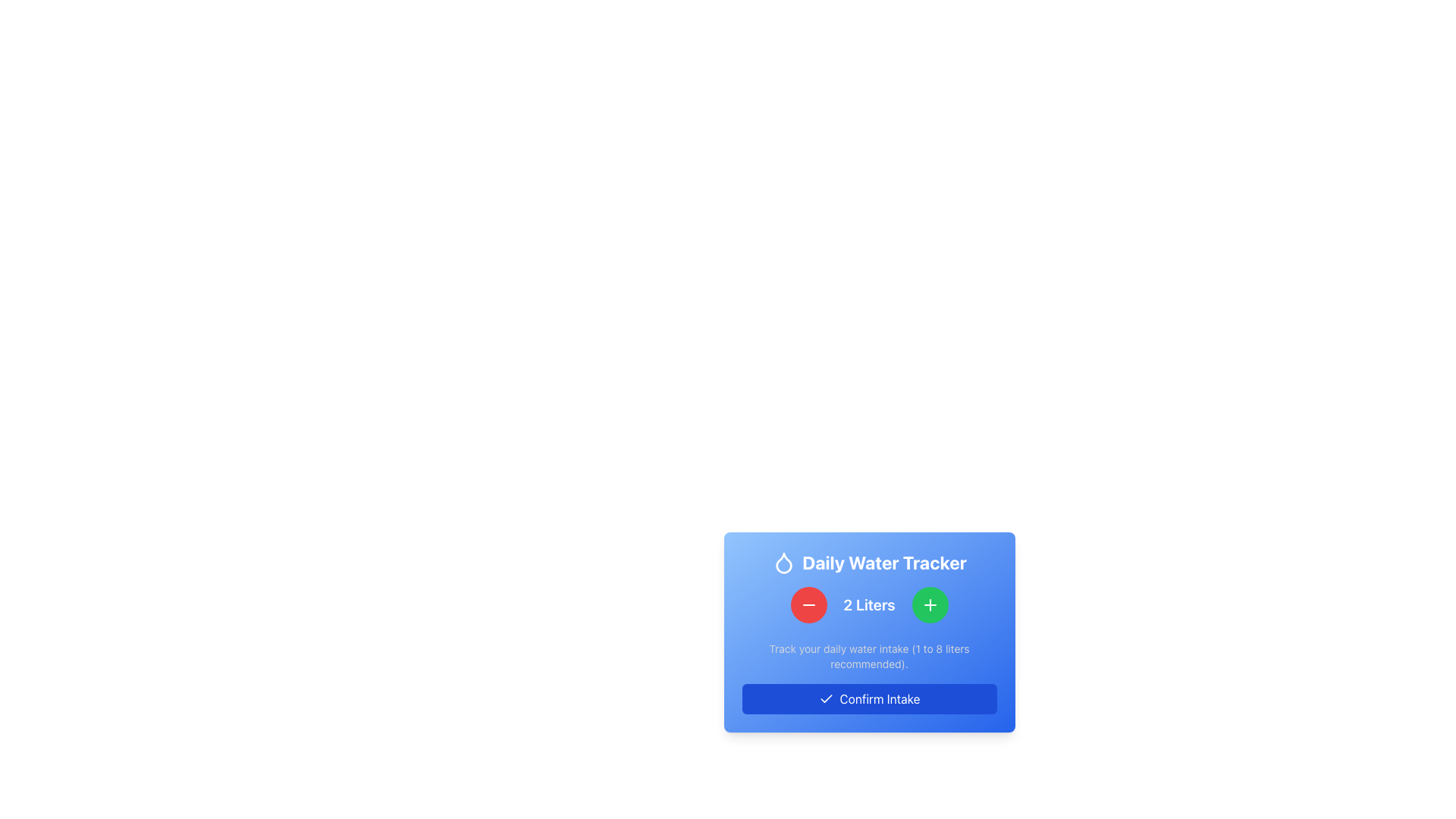 The height and width of the screenshot is (819, 1456). I want to click on the red circular button that decreases the liters value, located to the left of the '2 Liters' text, so click(808, 604).